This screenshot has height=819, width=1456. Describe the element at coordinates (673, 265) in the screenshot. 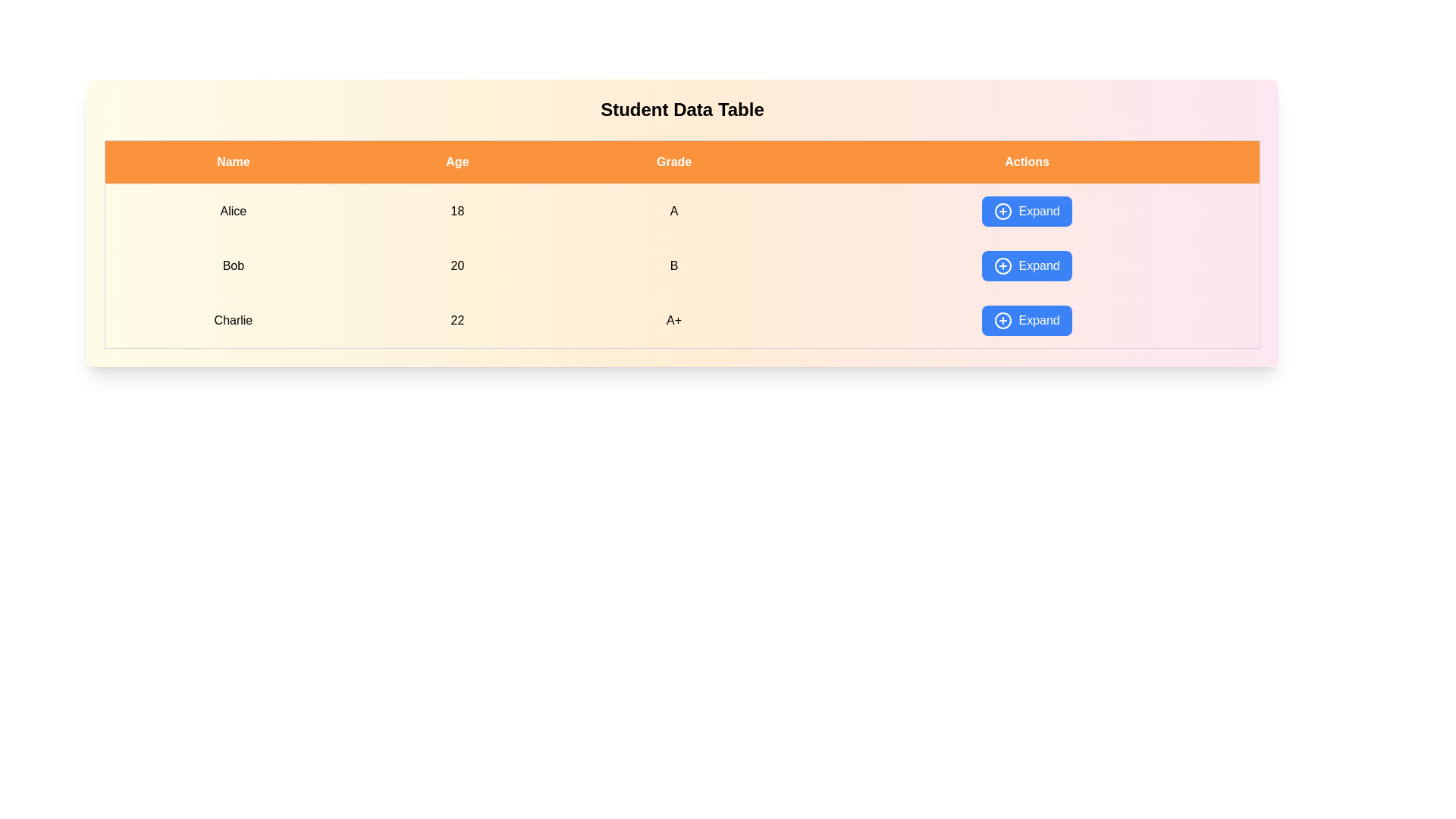

I see `the text display showing the grade 'B' for the individual named 'Bob' in the second row under the 'Grade' column` at that location.